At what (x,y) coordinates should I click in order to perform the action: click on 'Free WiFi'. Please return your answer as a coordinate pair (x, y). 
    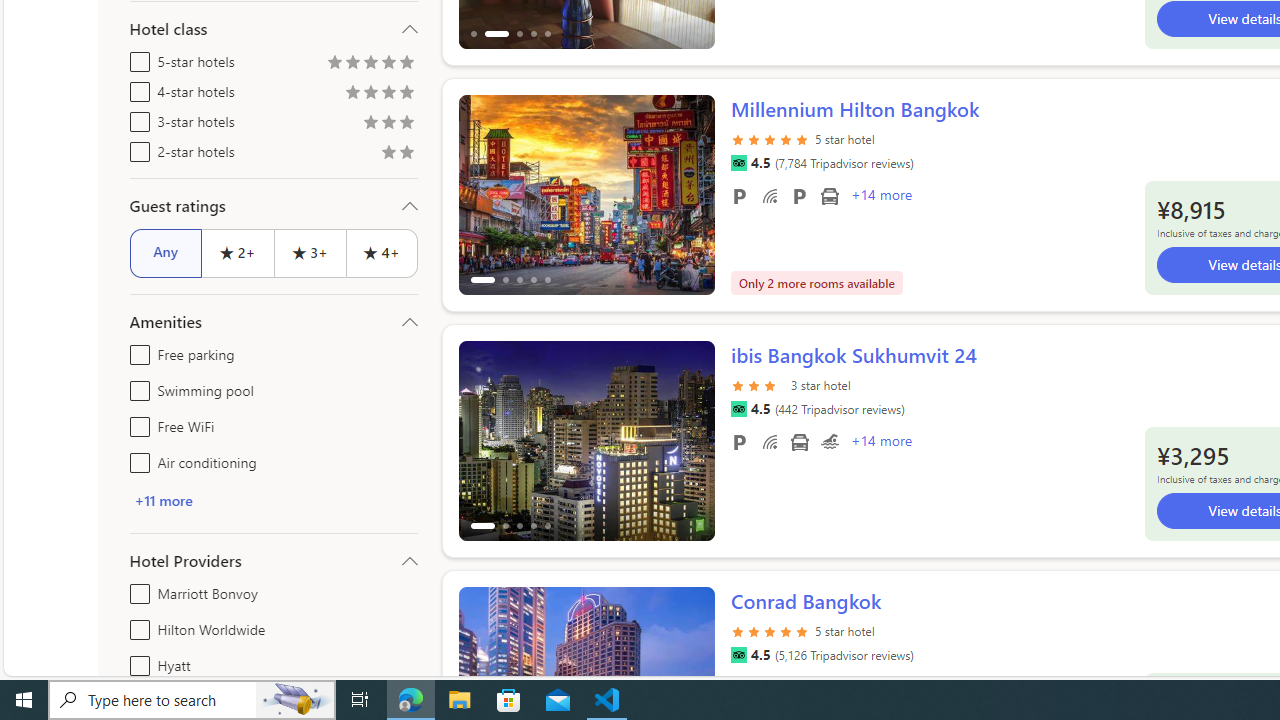
    Looking at the image, I should click on (135, 422).